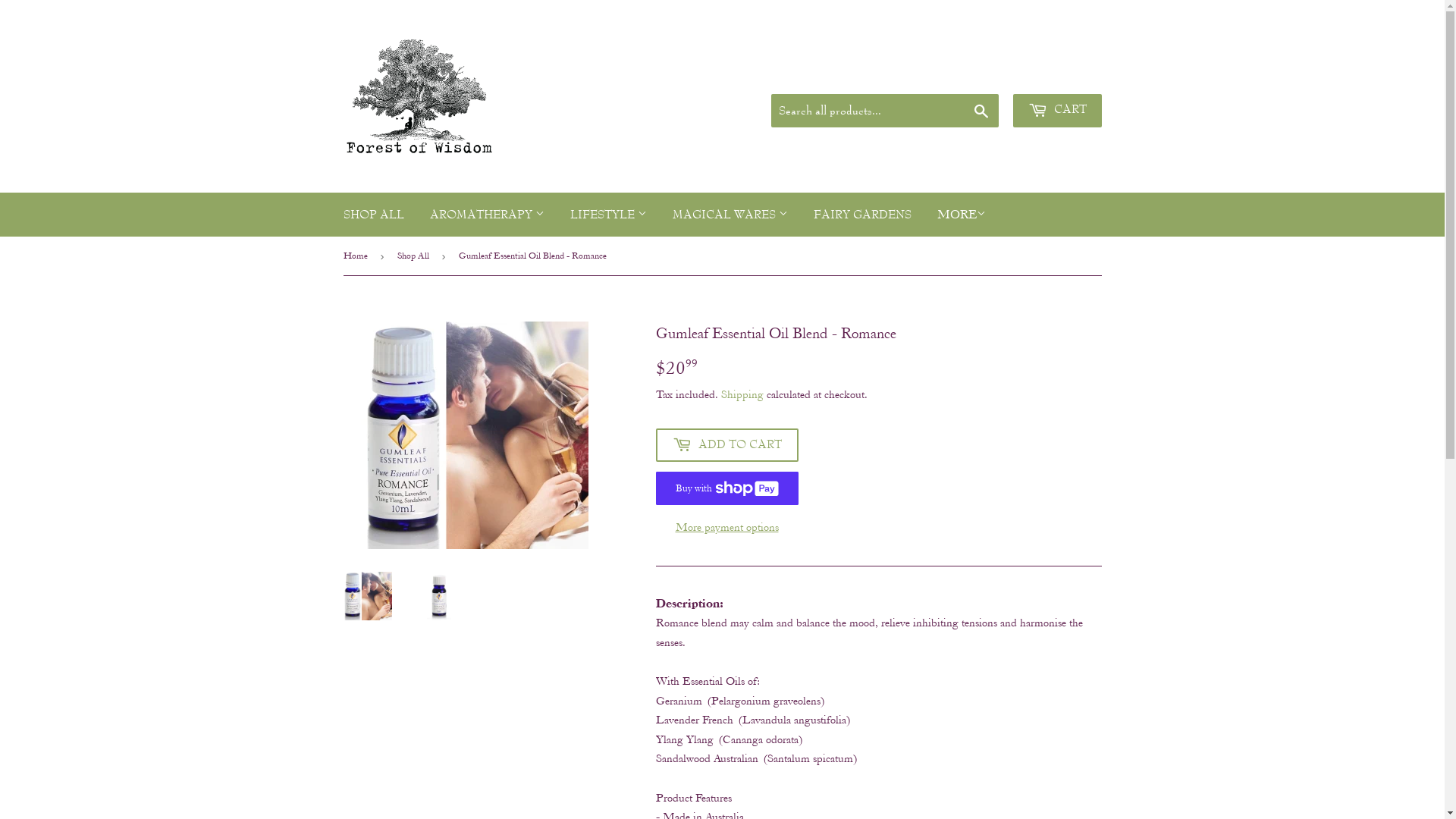 Image resolution: width=1456 pixels, height=819 pixels. I want to click on 'ADD TO CART', so click(726, 444).